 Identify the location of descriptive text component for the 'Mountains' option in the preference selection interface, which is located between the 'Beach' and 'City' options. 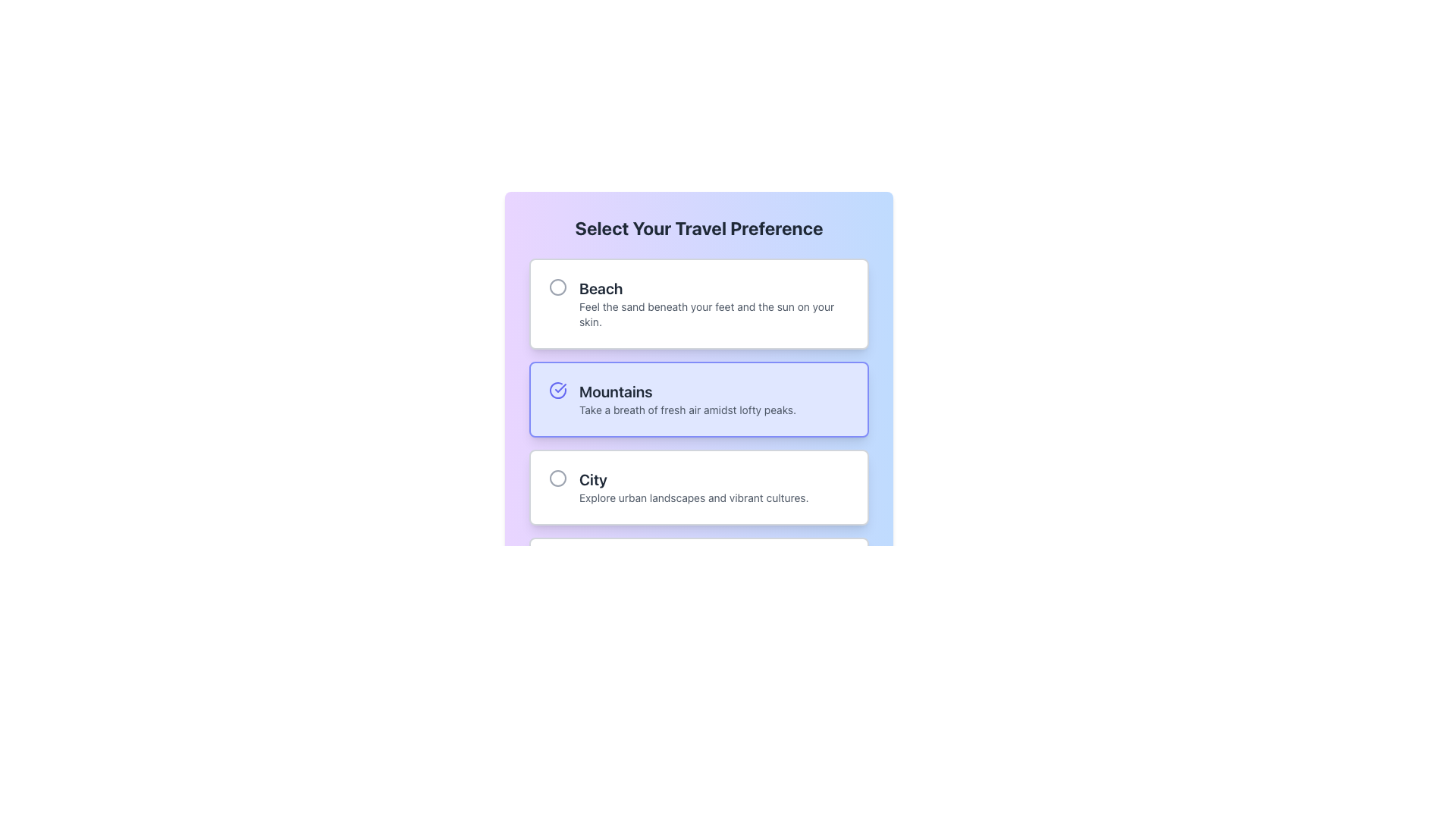
(687, 399).